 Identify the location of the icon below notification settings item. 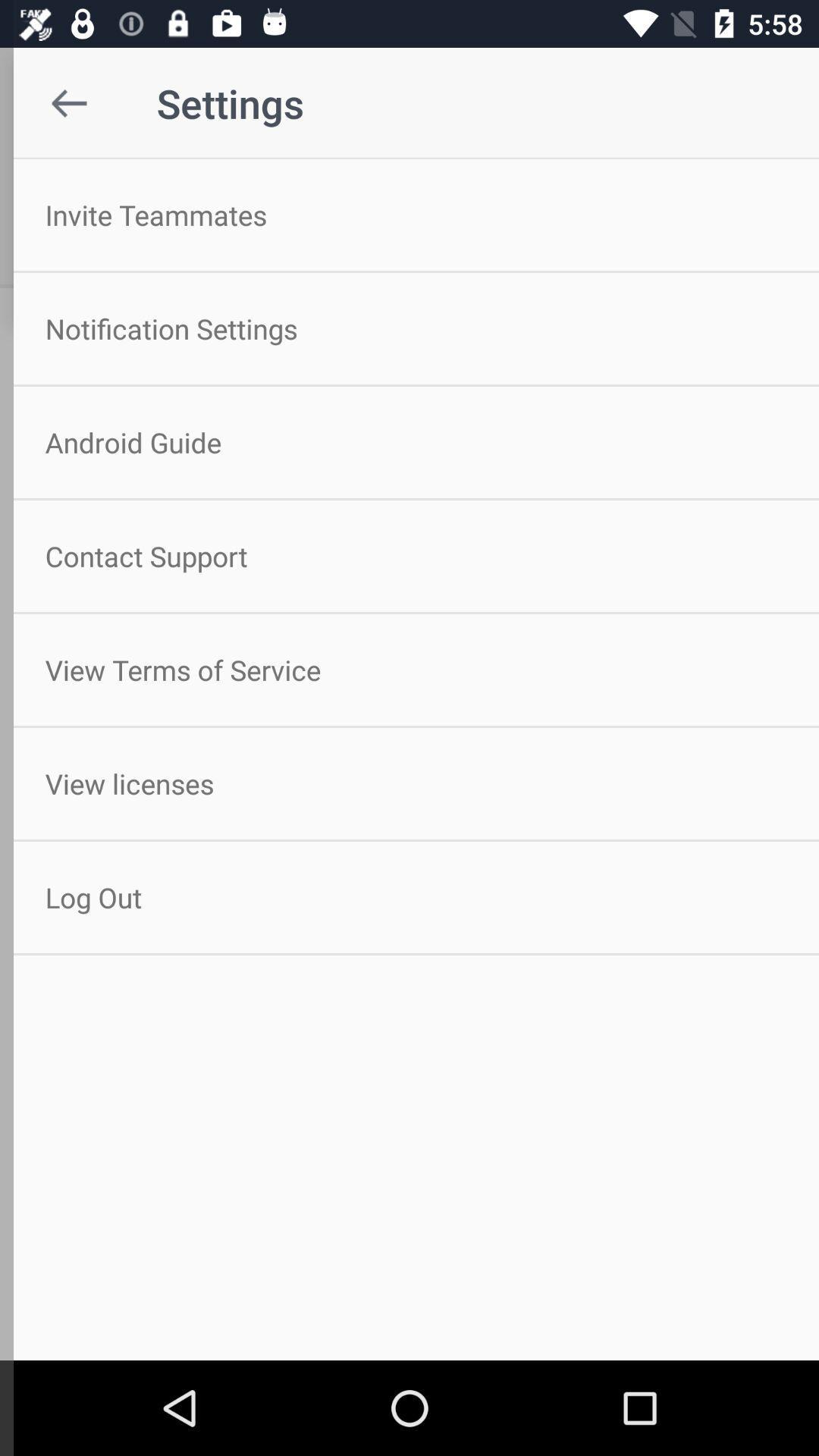
(409, 441).